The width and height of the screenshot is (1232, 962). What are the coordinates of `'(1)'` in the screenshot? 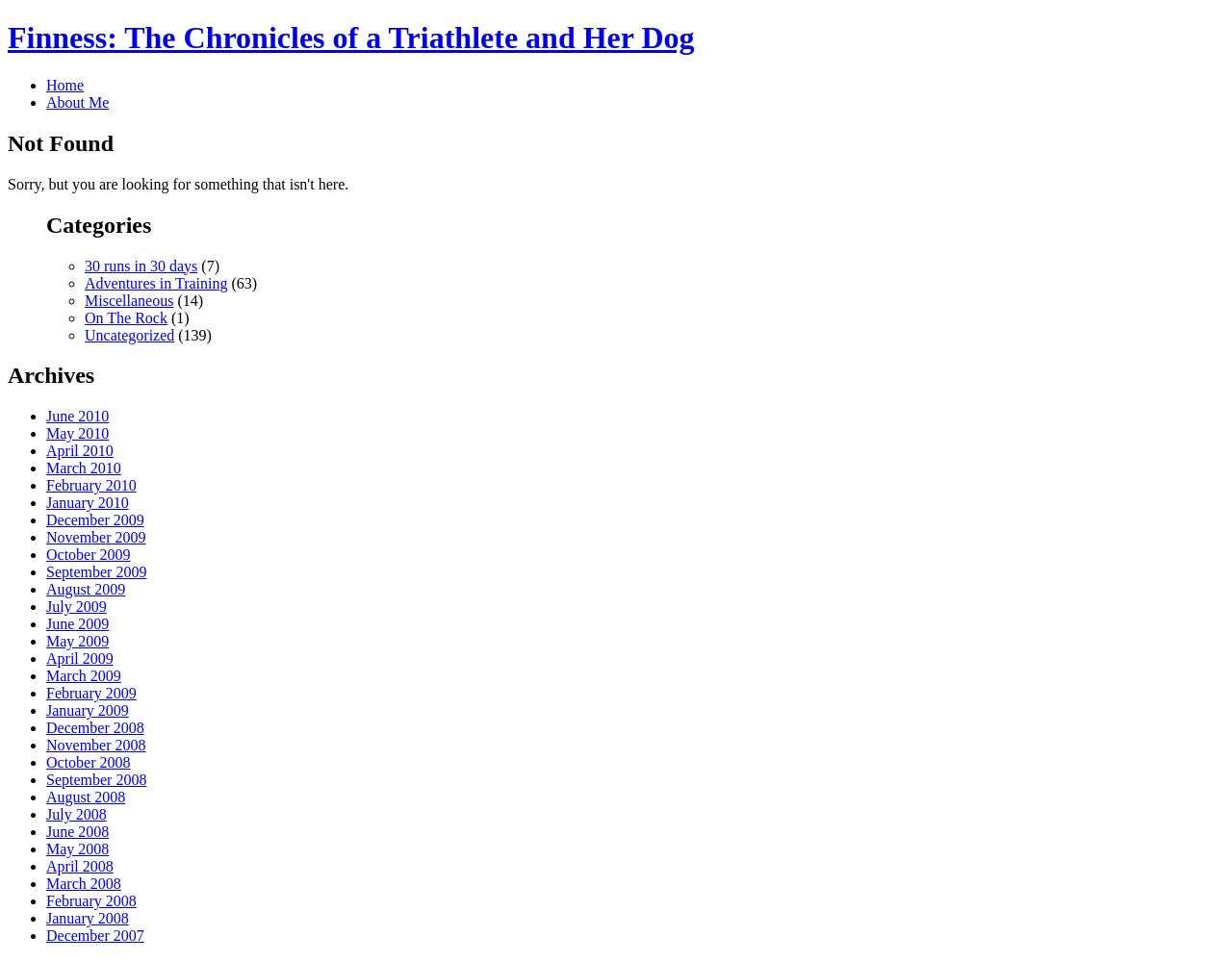 It's located at (177, 316).